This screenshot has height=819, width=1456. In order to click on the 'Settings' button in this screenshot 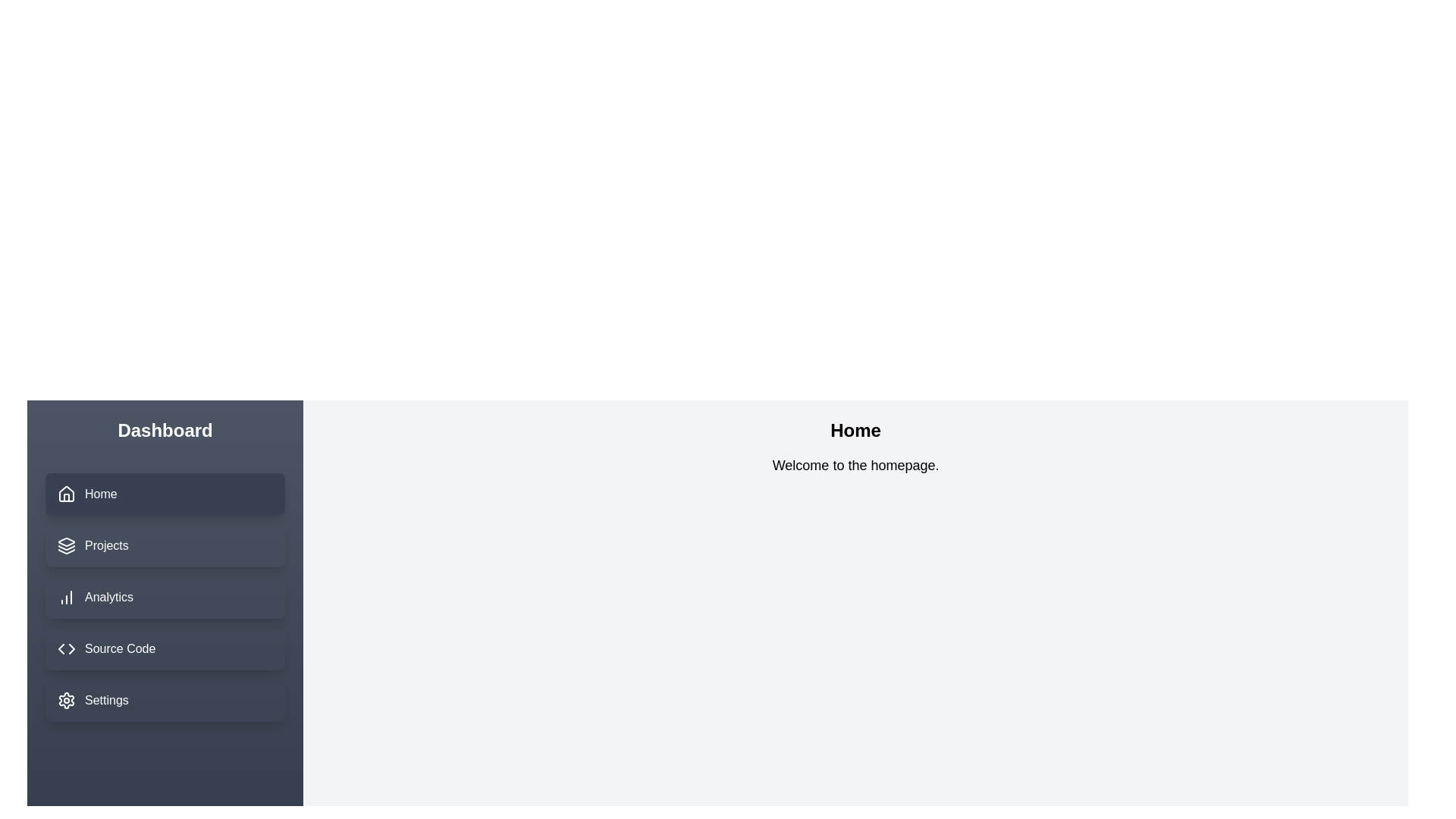, I will do `click(165, 701)`.